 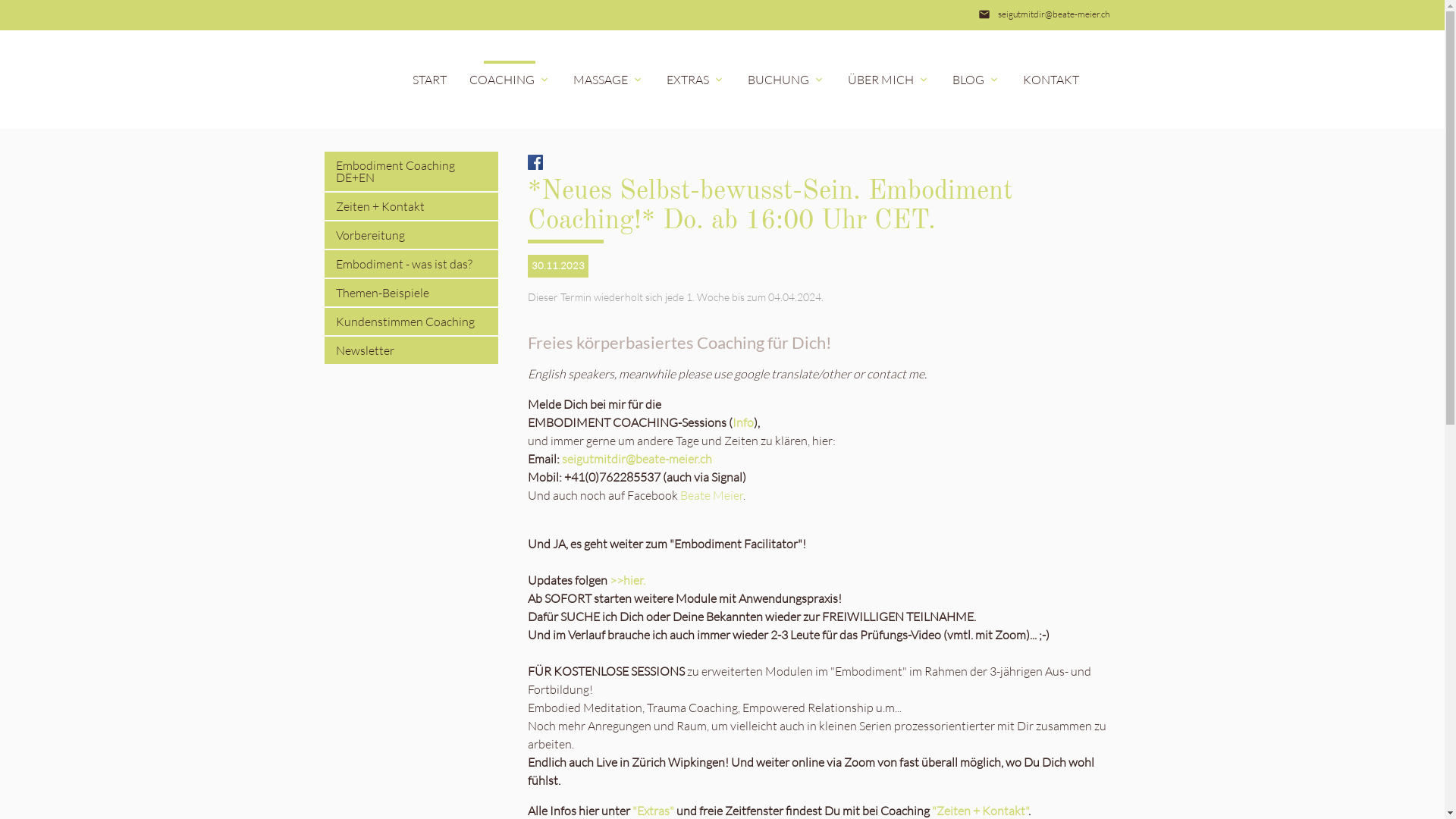 What do you see at coordinates (1050, 79) in the screenshot?
I see `'KONTAKT'` at bounding box center [1050, 79].